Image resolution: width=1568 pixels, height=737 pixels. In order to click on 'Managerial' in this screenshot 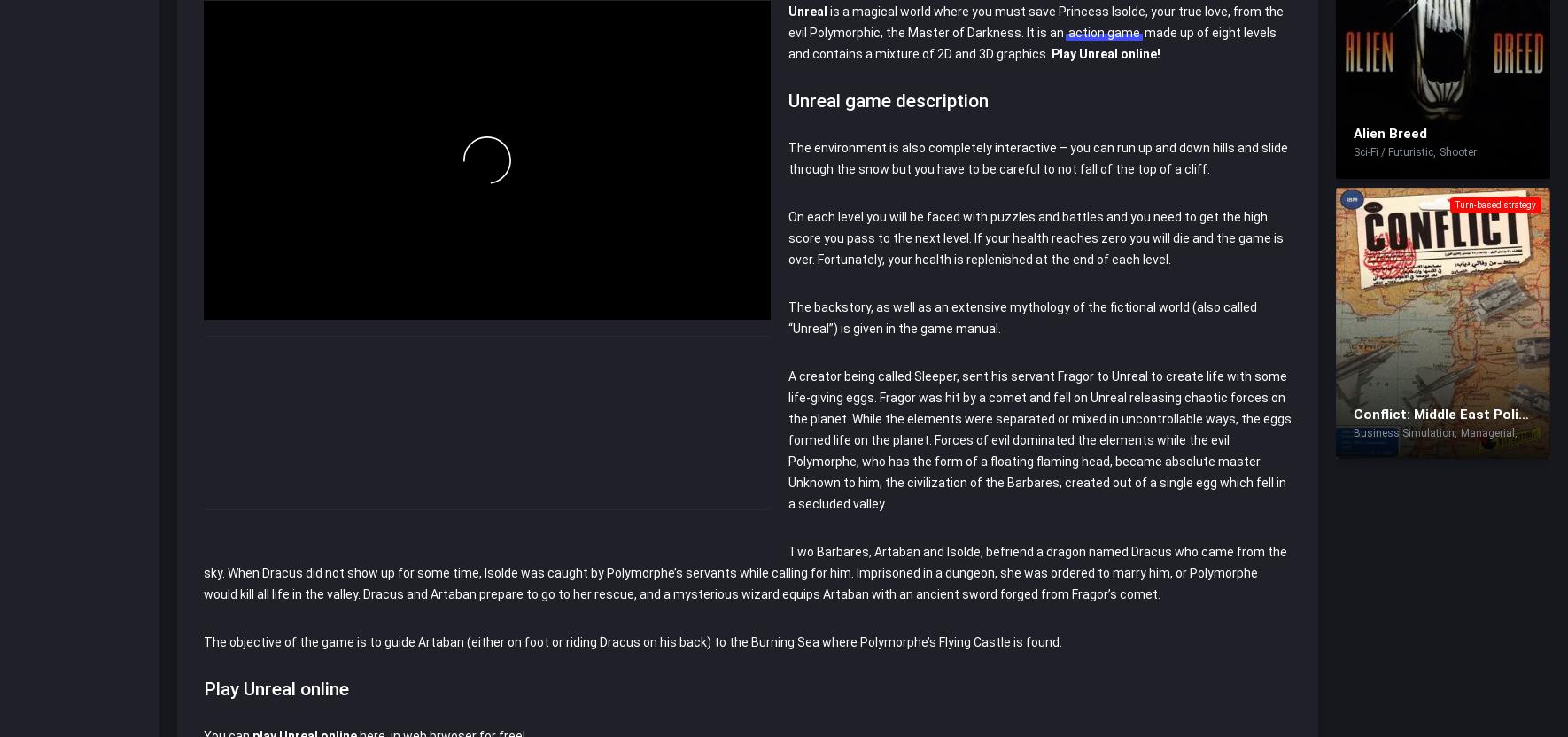, I will do `click(1487, 431)`.